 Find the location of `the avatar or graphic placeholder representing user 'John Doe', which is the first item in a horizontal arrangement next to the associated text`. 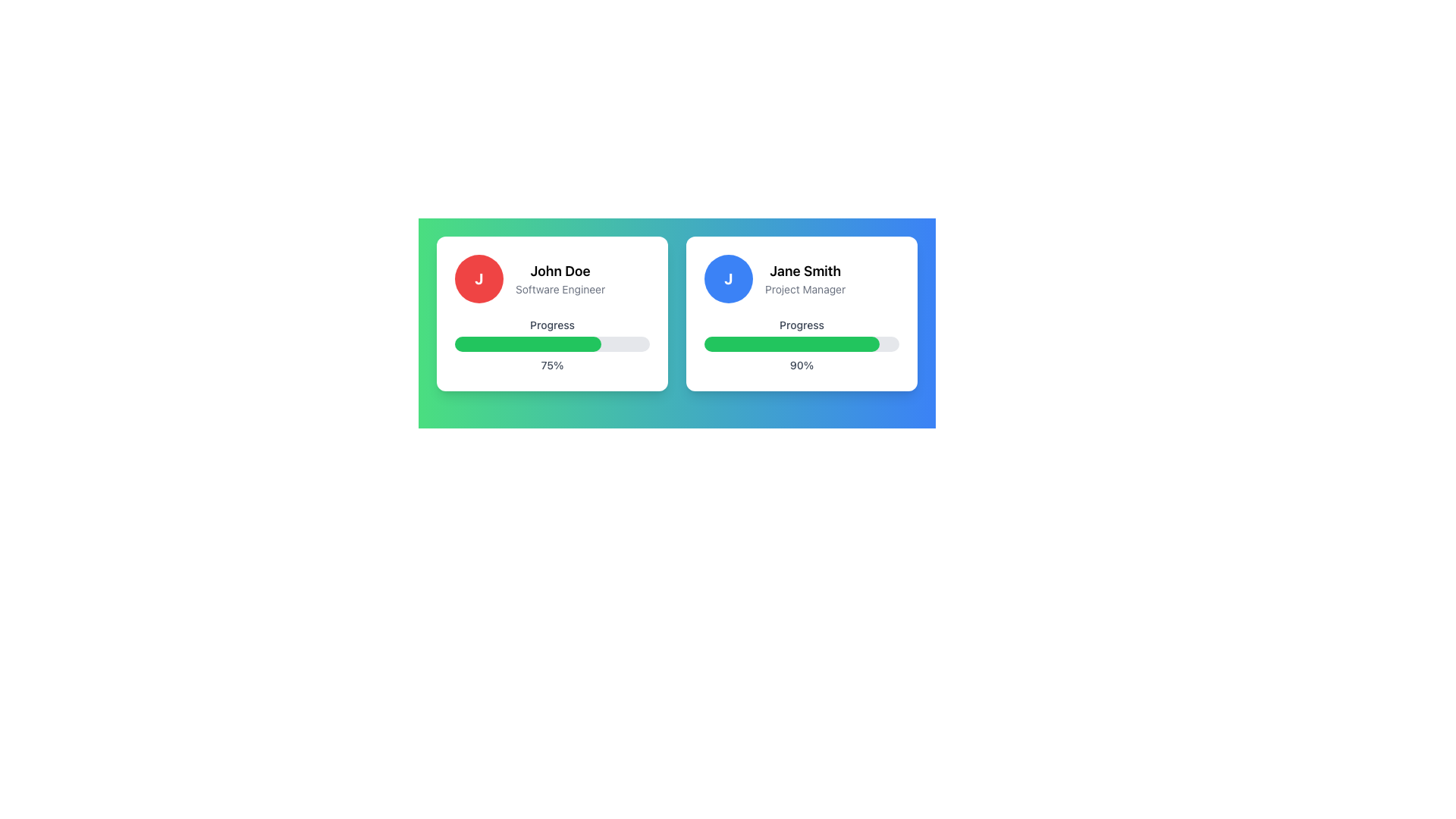

the avatar or graphic placeholder representing user 'John Doe', which is the first item in a horizontal arrangement next to the associated text is located at coordinates (479, 278).